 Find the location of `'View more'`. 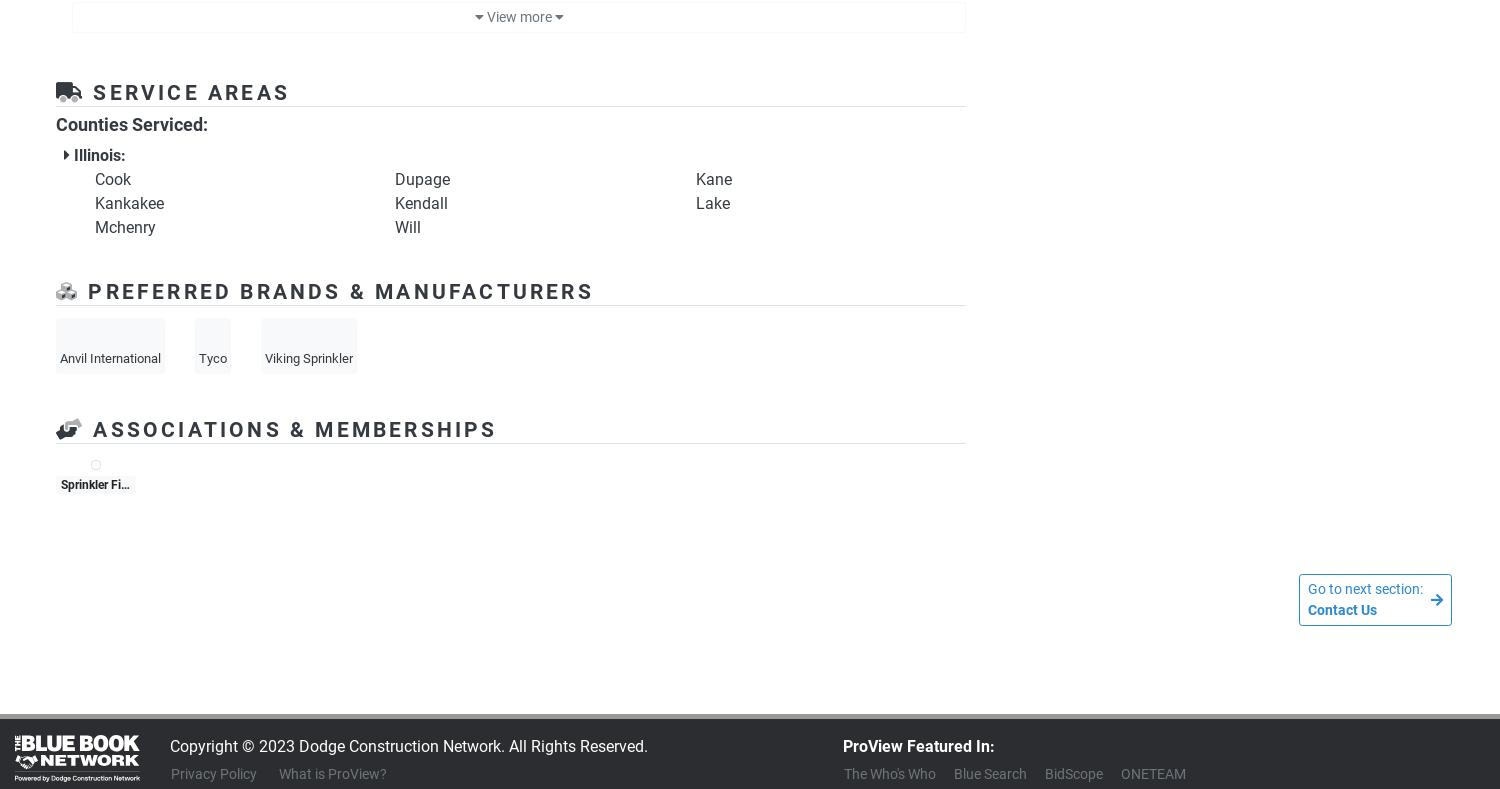

'View more' is located at coordinates (518, 15).